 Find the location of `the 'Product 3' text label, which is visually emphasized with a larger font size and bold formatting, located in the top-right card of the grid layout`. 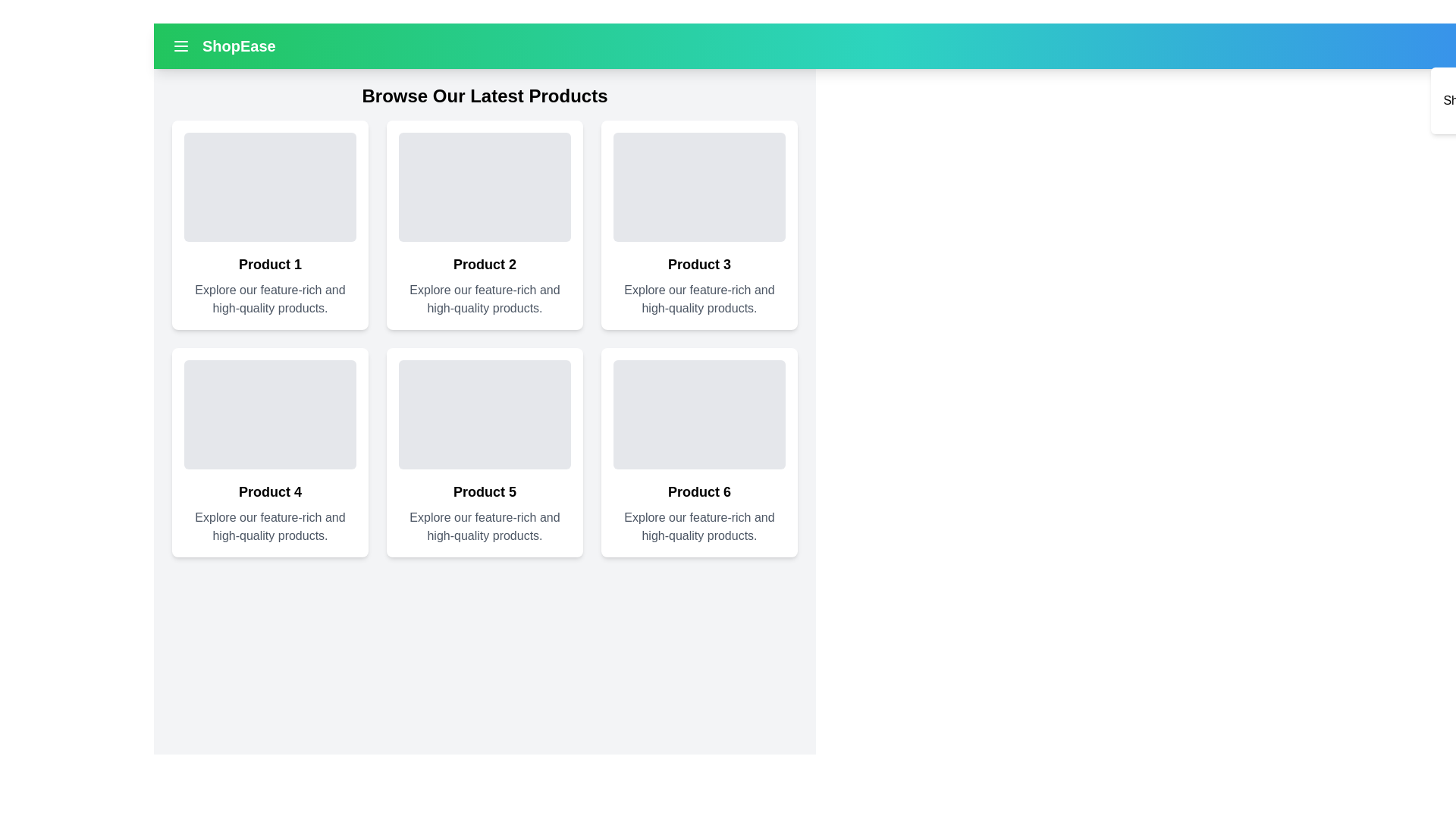

the 'Product 3' text label, which is visually emphasized with a larger font size and bold formatting, located in the top-right card of the grid layout is located at coordinates (698, 263).